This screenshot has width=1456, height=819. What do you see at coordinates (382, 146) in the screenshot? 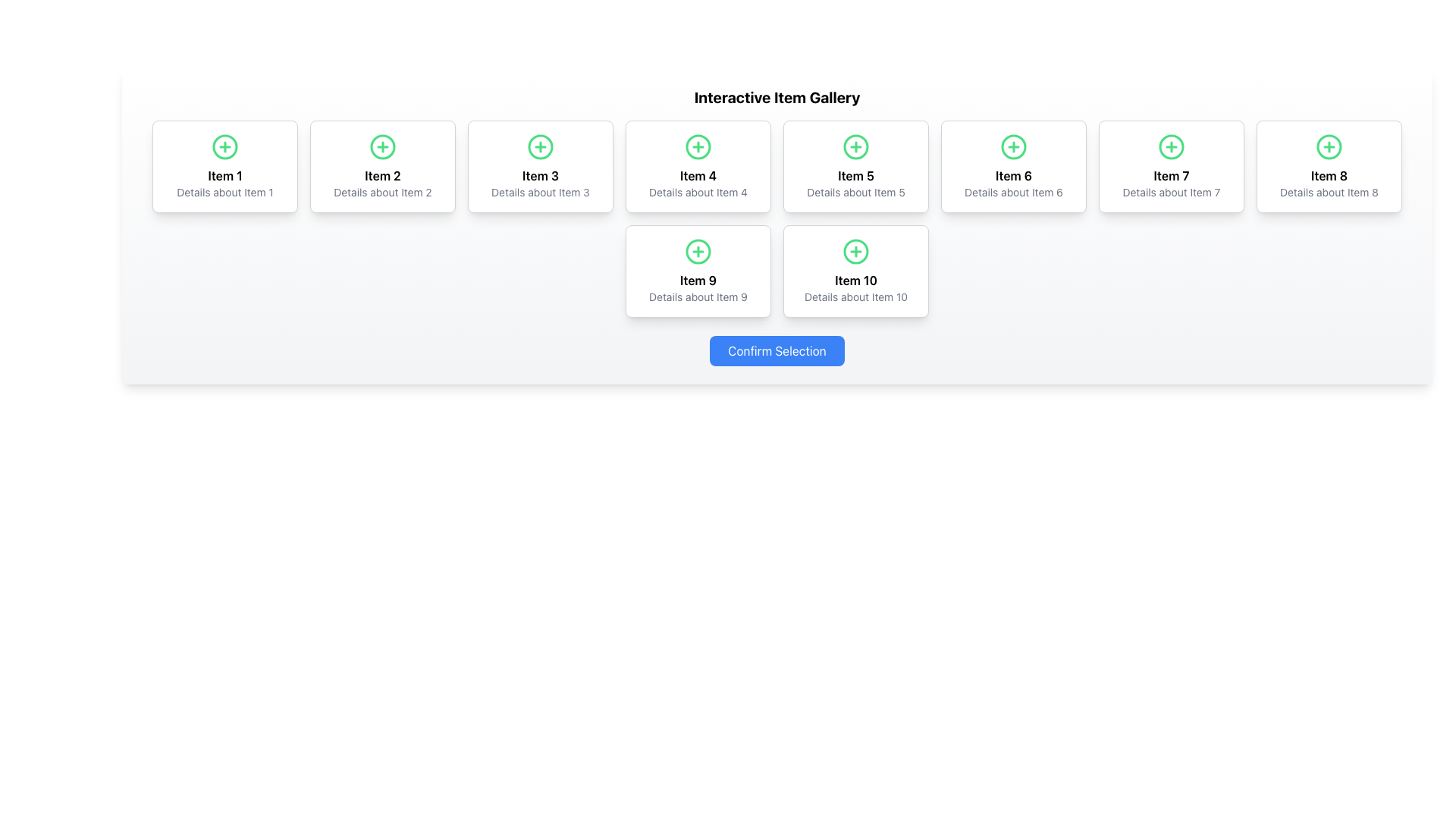
I see `the circular icon in the second box labeled 'Item 2' located in the upper row of the grid layout` at bounding box center [382, 146].